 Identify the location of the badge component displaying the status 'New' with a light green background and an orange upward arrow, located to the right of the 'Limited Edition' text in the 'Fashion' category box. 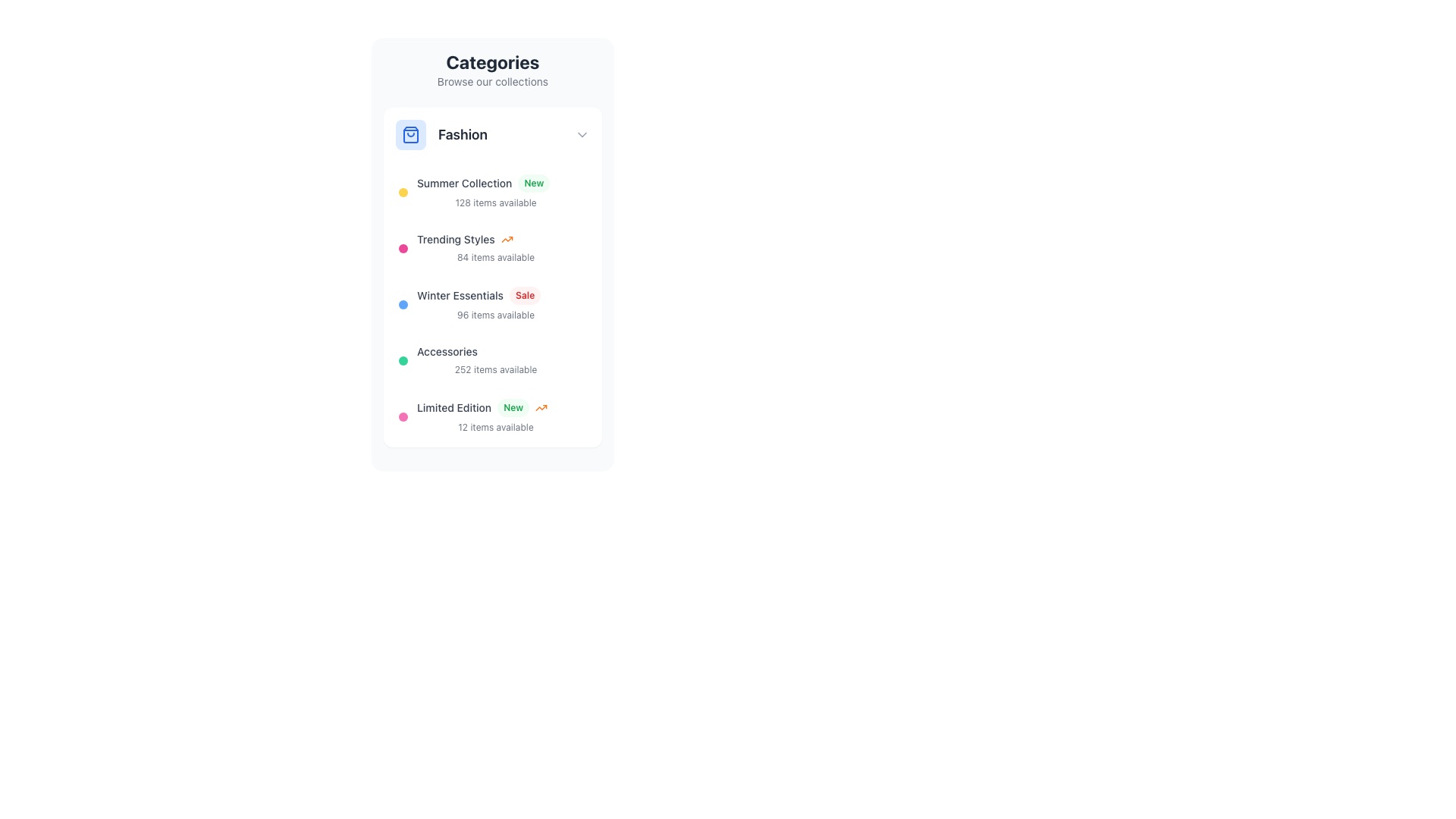
(522, 406).